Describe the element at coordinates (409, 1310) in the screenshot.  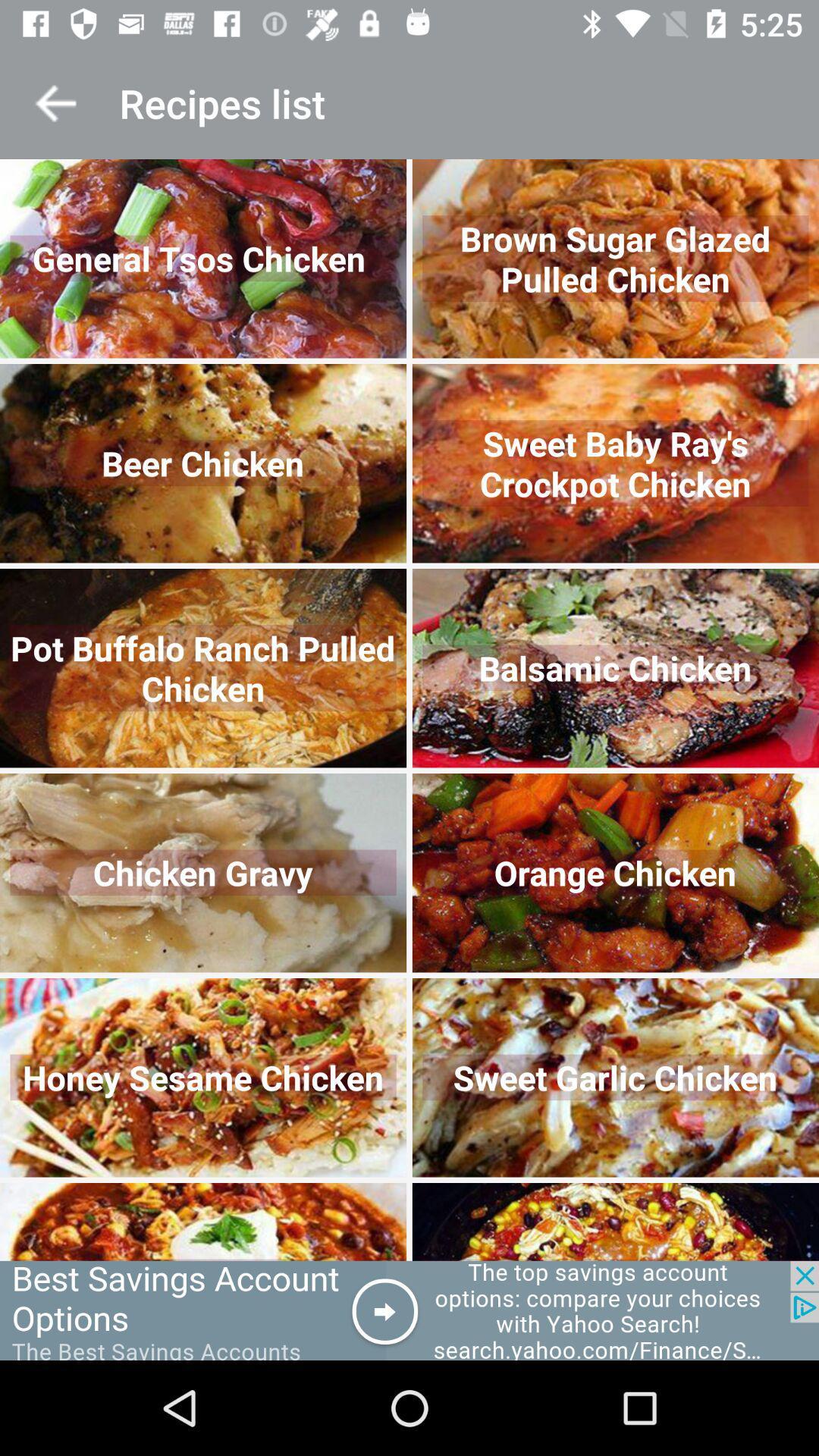
I see `advertising` at that location.